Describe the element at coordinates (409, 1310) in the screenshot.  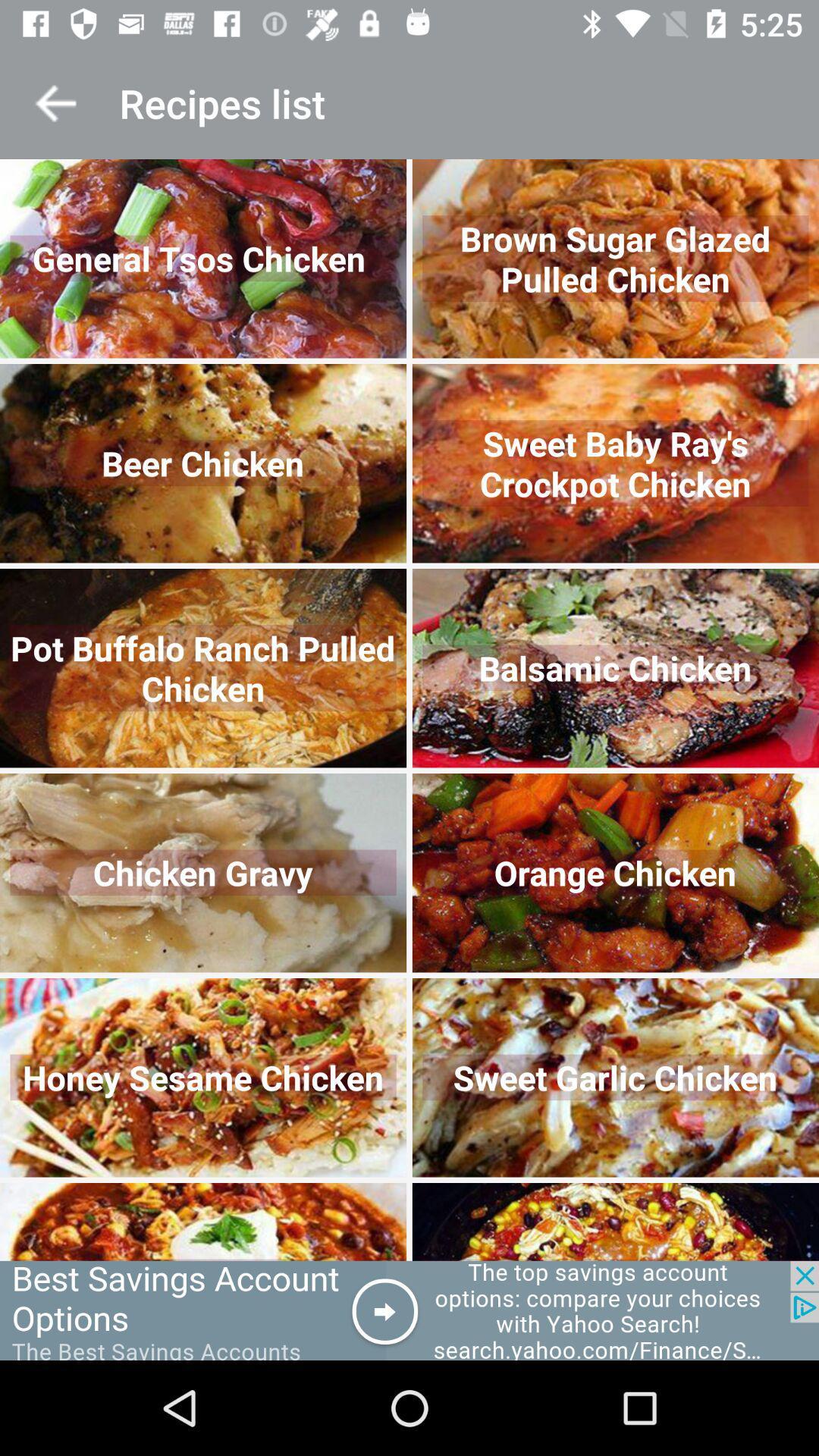
I see `advertising` at that location.